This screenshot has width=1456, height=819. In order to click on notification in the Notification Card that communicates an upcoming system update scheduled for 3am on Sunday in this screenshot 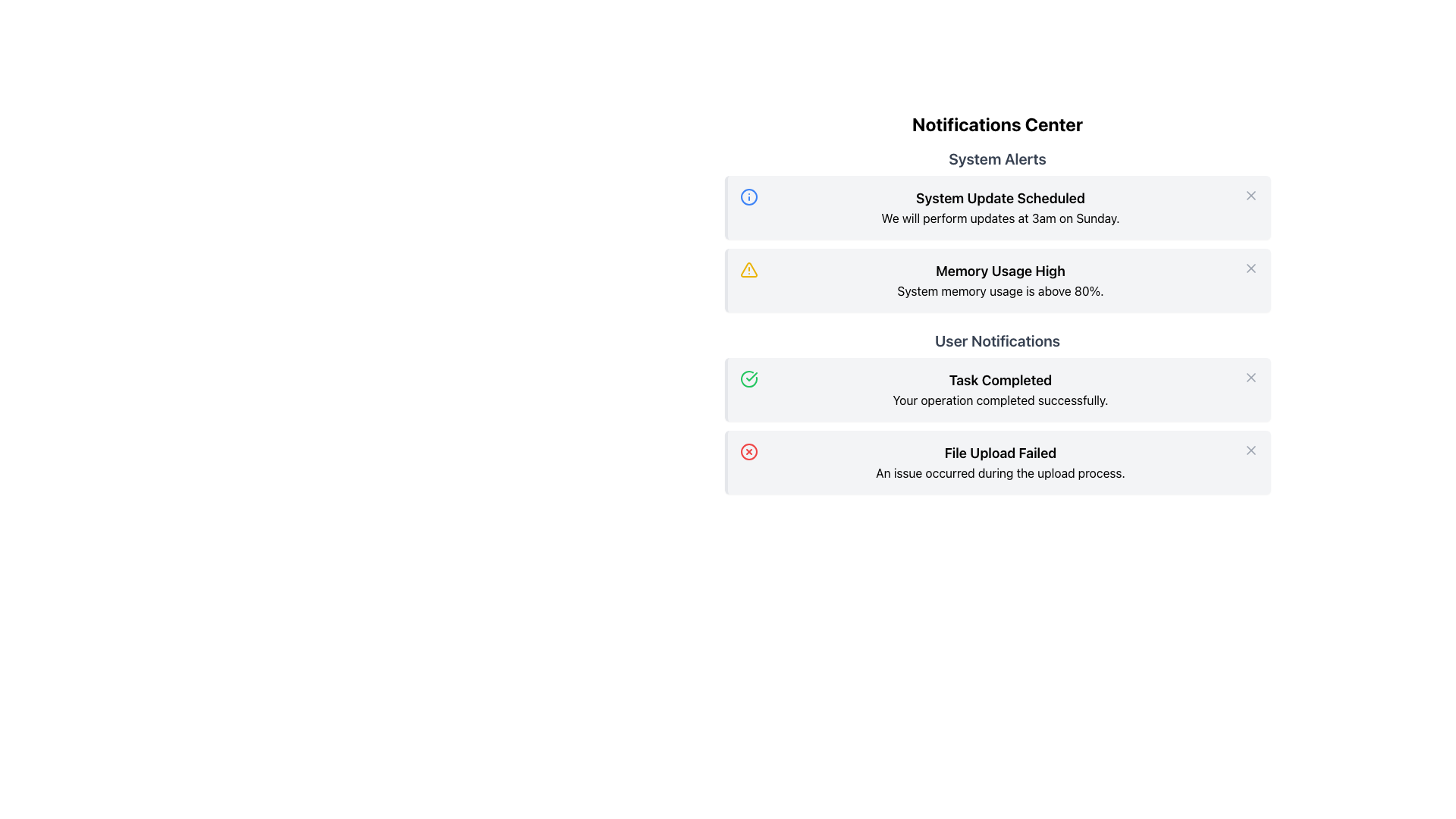, I will do `click(997, 207)`.